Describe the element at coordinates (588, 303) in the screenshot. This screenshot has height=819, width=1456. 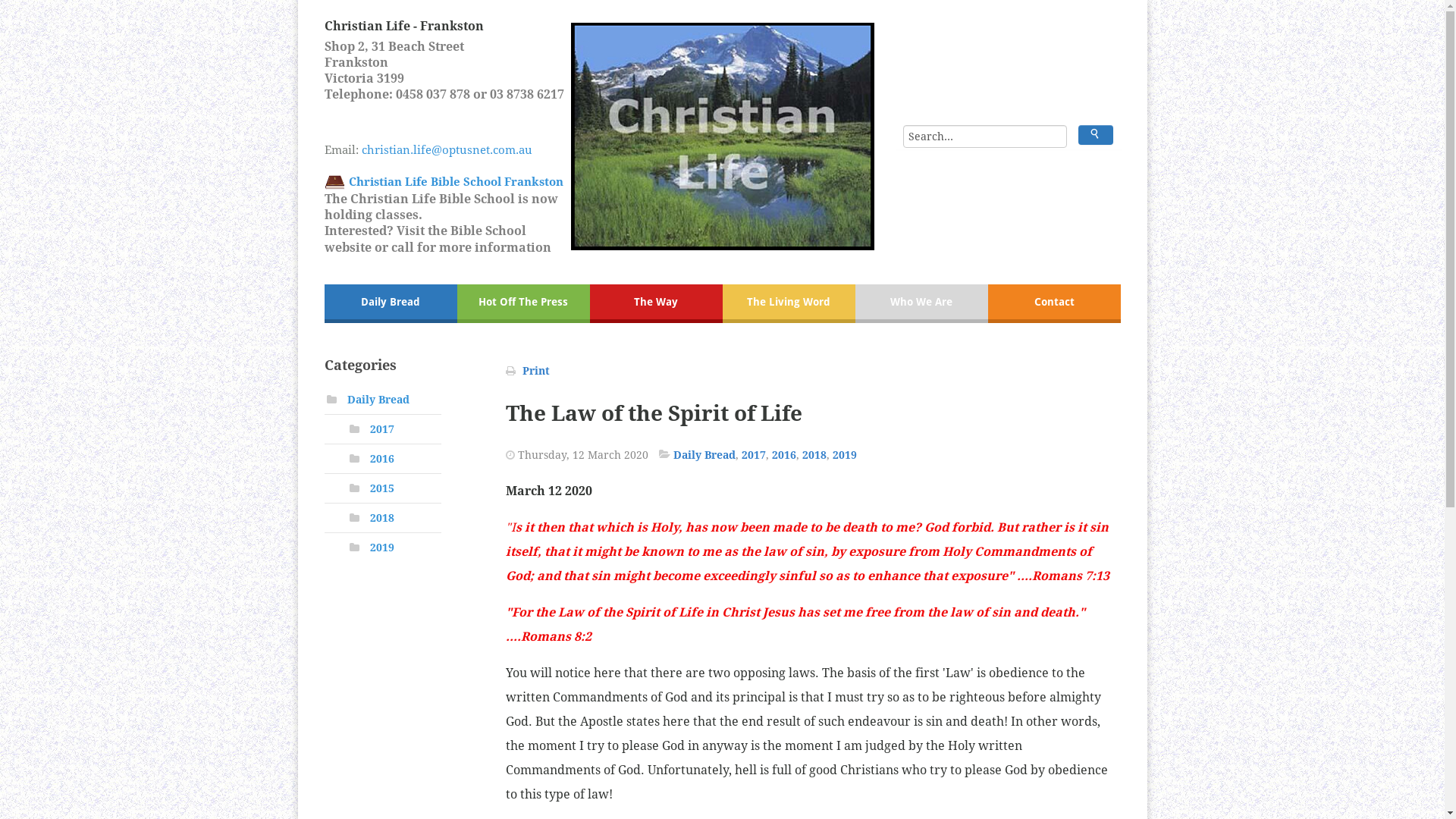
I see `'The Way'` at that location.